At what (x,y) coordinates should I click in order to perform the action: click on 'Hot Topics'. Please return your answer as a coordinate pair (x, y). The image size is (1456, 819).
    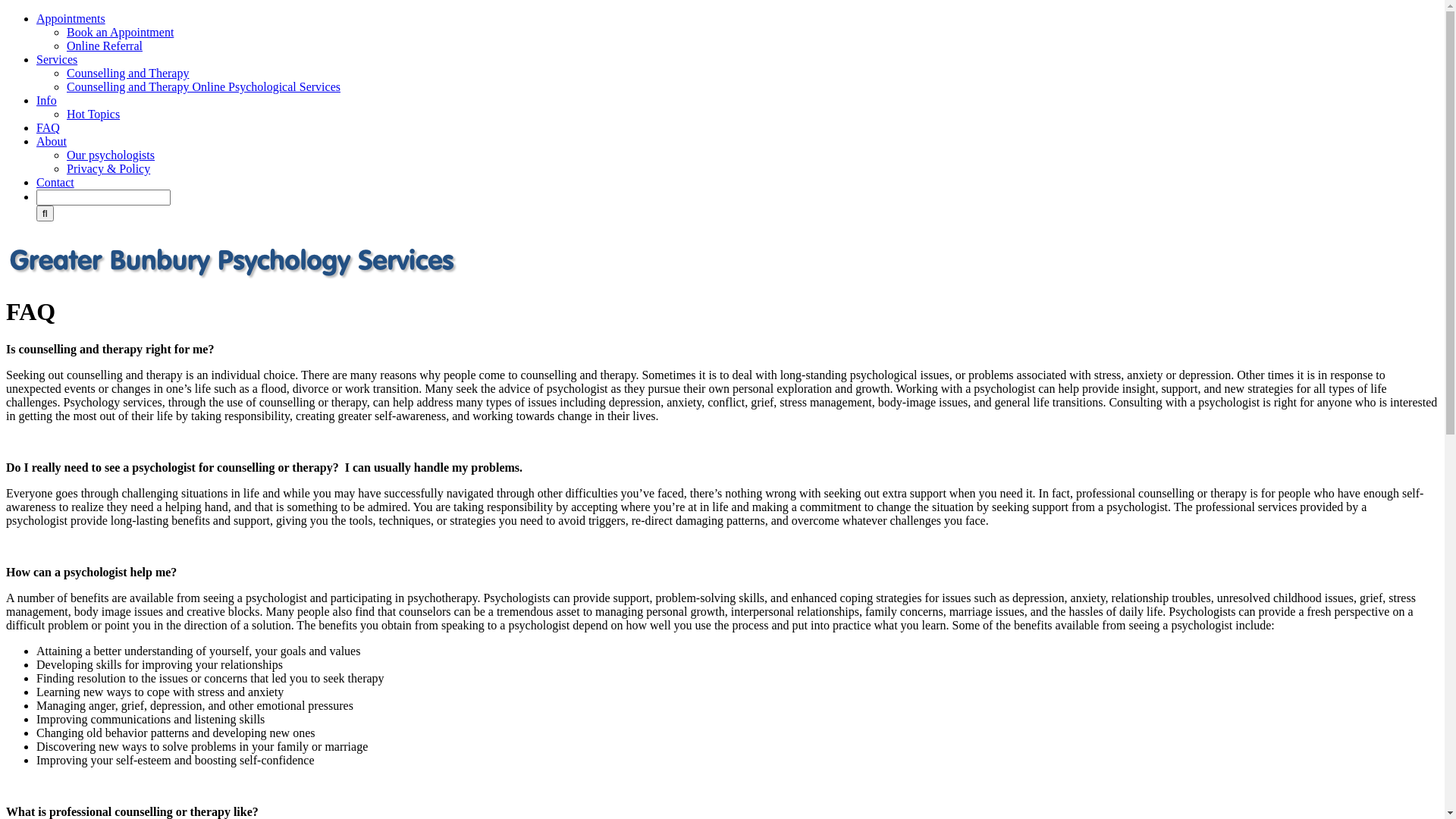
    Looking at the image, I should click on (93, 113).